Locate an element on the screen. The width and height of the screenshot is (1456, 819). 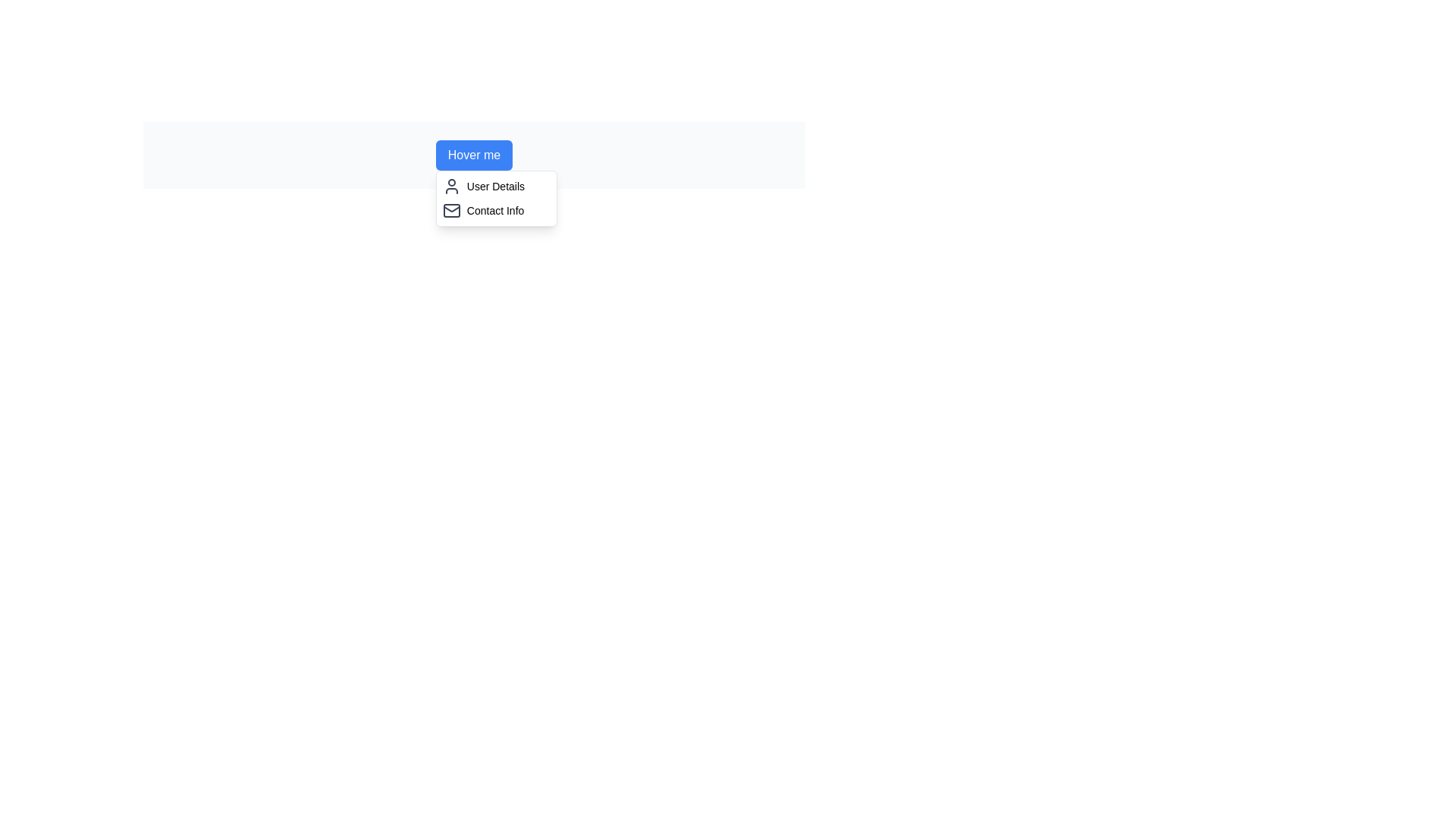
the 'User Details' text label, which is styled in black and located in the dropdown menu under the 'Hover me' button is located at coordinates (495, 186).